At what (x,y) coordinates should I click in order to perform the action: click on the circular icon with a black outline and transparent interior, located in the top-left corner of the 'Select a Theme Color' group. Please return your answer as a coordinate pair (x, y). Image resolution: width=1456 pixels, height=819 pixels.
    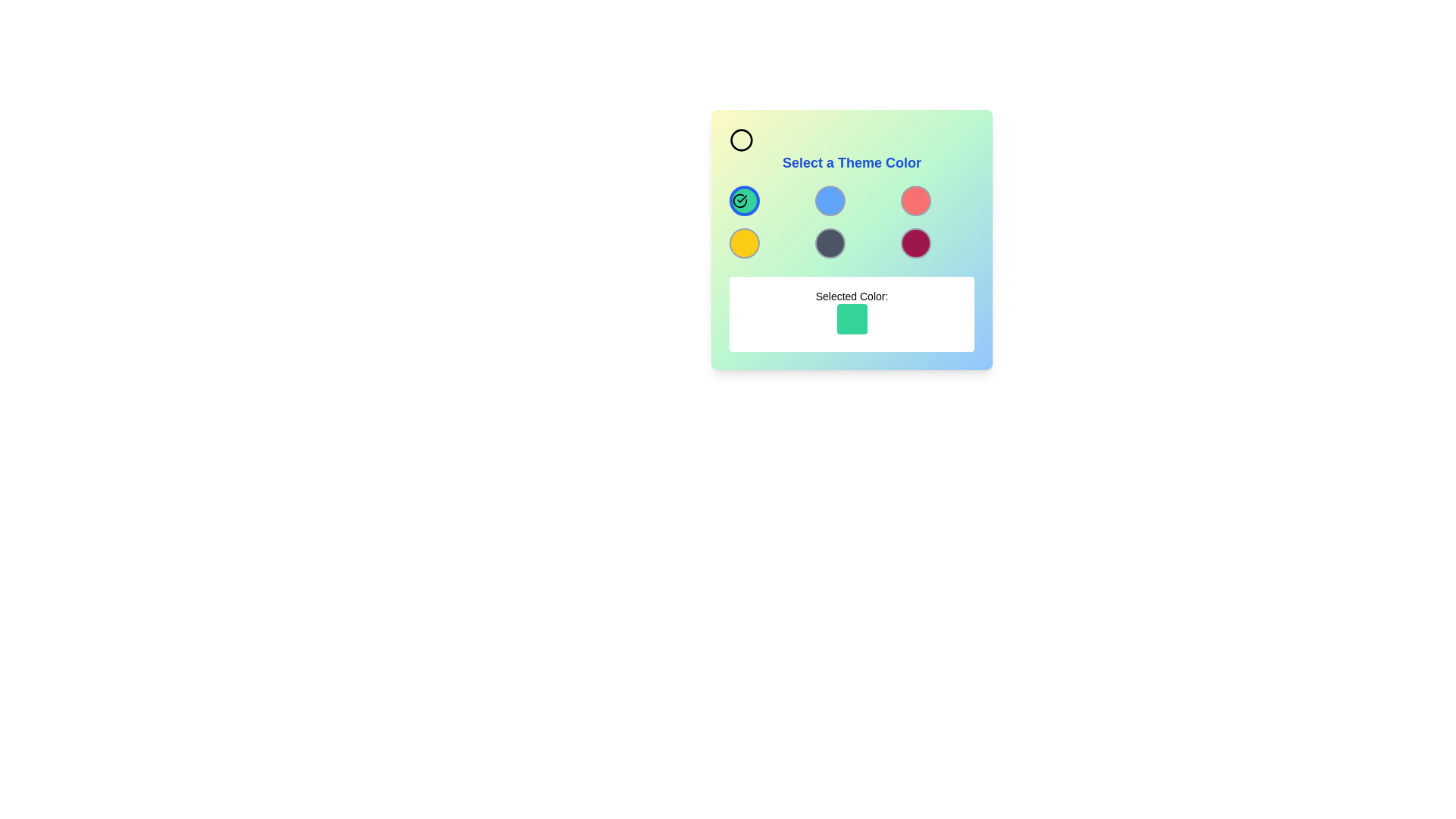
    Looking at the image, I should click on (742, 140).